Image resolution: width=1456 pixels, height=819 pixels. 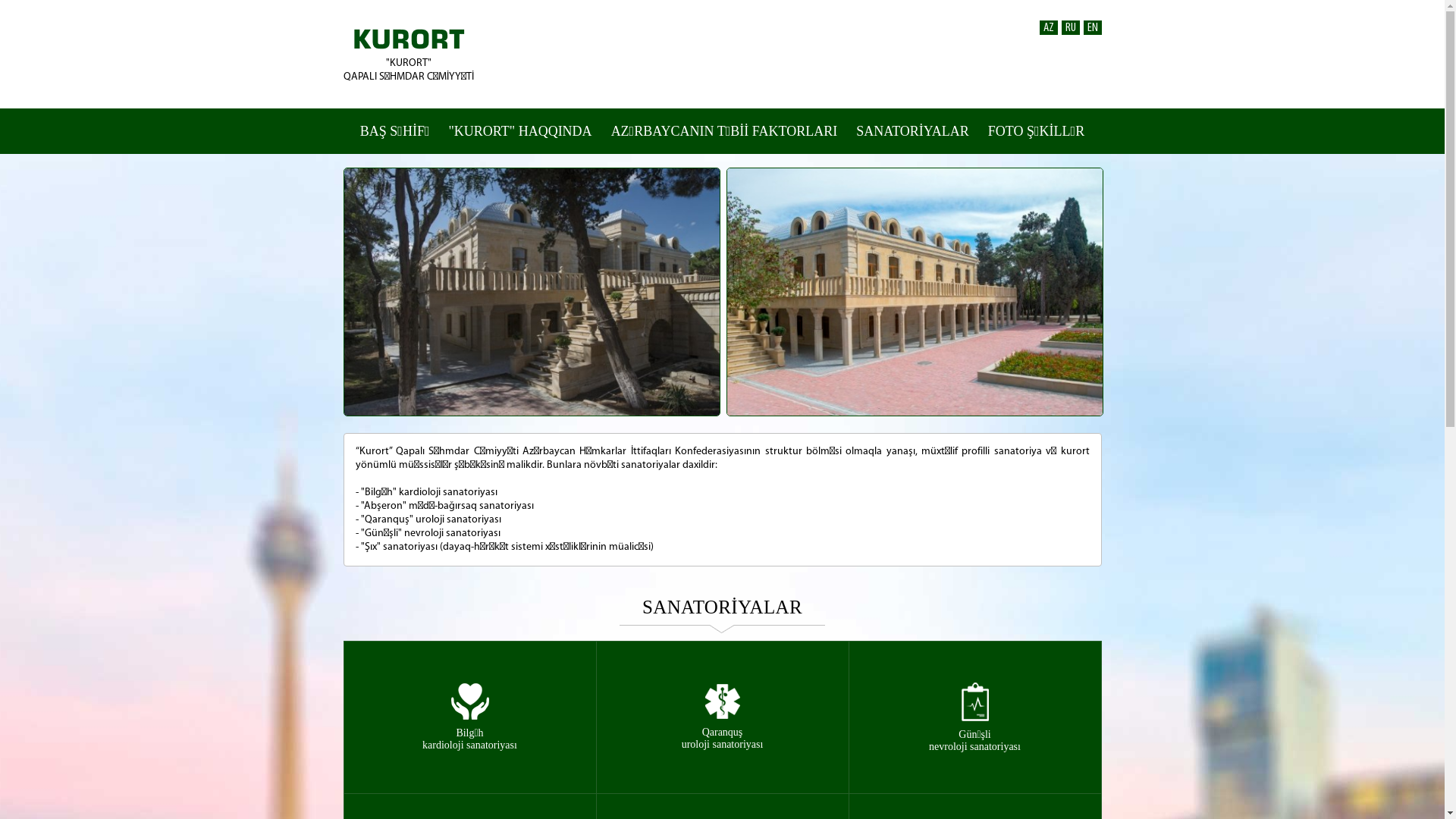 I want to click on 'EN', so click(x=1092, y=27).